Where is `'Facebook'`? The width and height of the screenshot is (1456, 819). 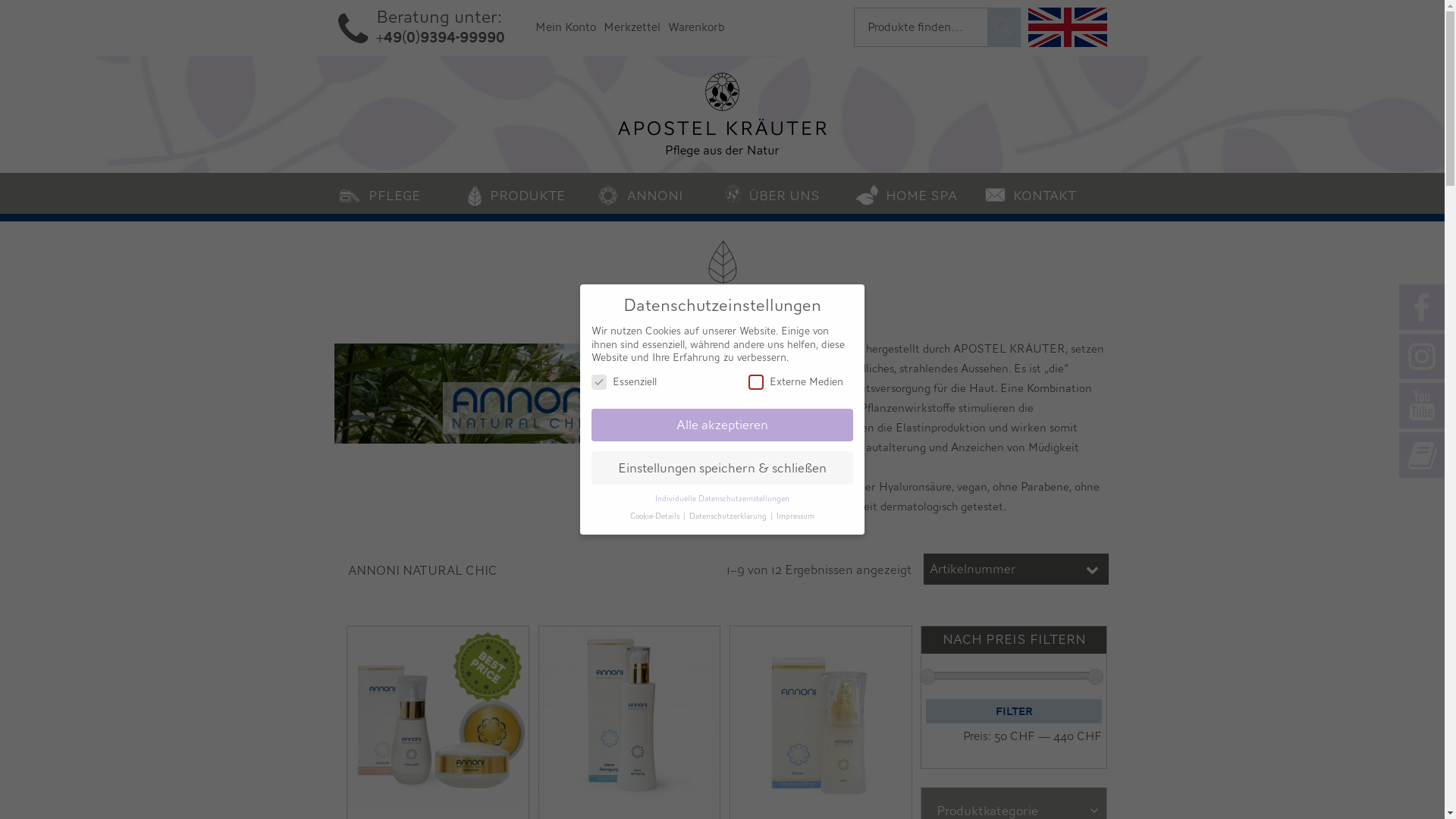
'Facebook' is located at coordinates (1421, 307).